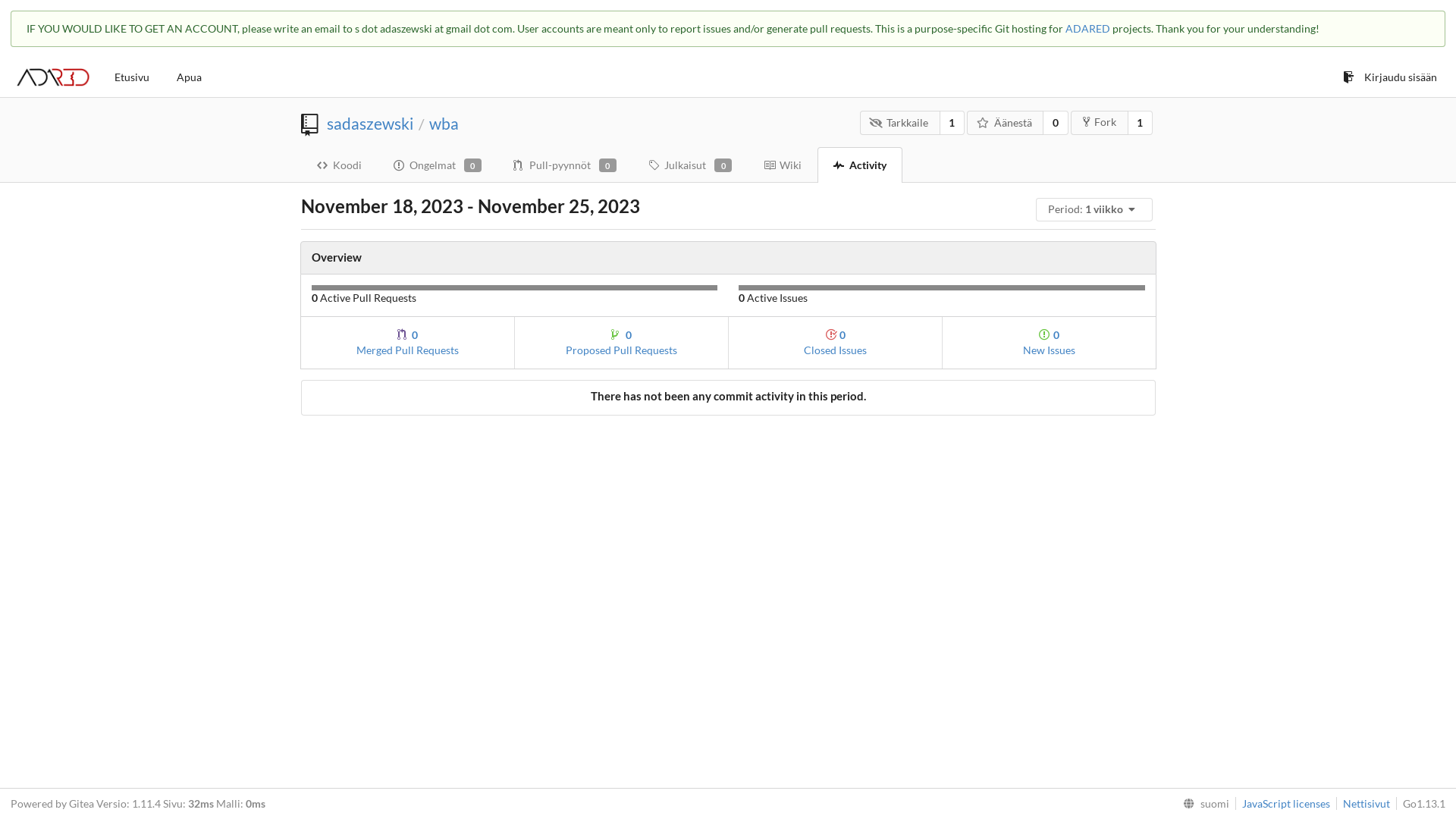  I want to click on 'wba', so click(443, 122).